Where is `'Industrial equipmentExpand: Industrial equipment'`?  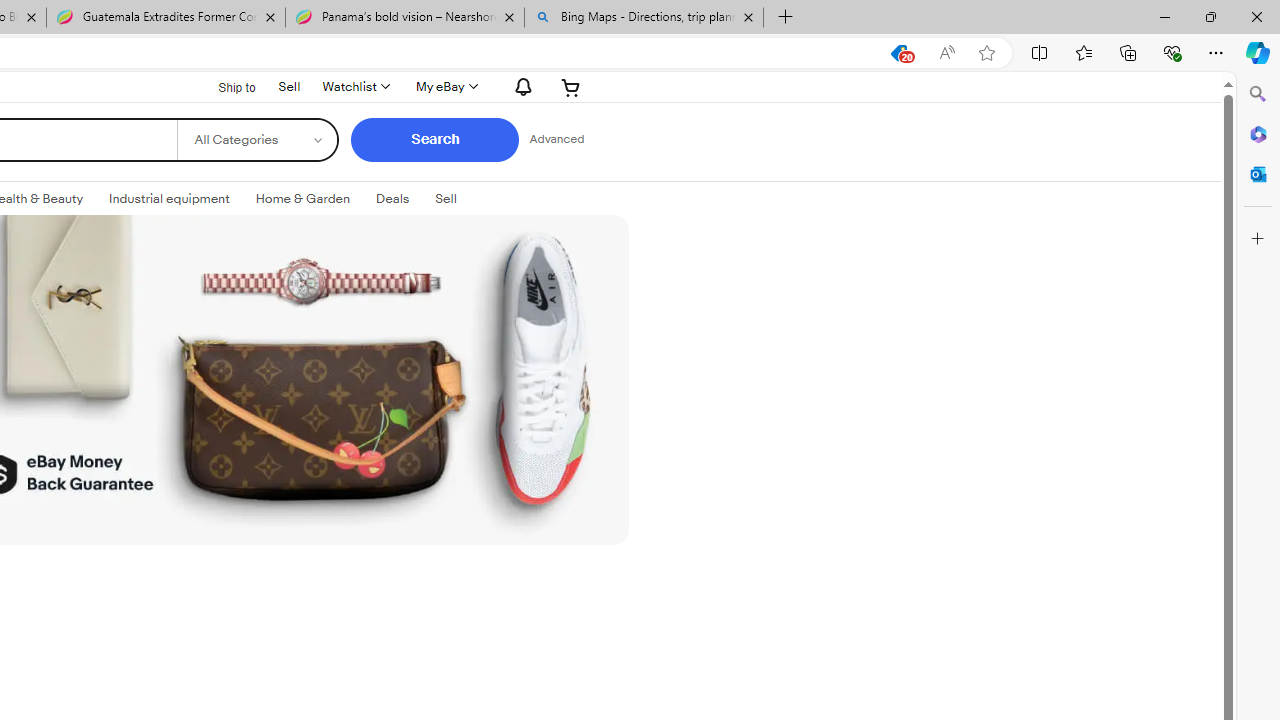
'Industrial equipmentExpand: Industrial equipment' is located at coordinates (169, 199).